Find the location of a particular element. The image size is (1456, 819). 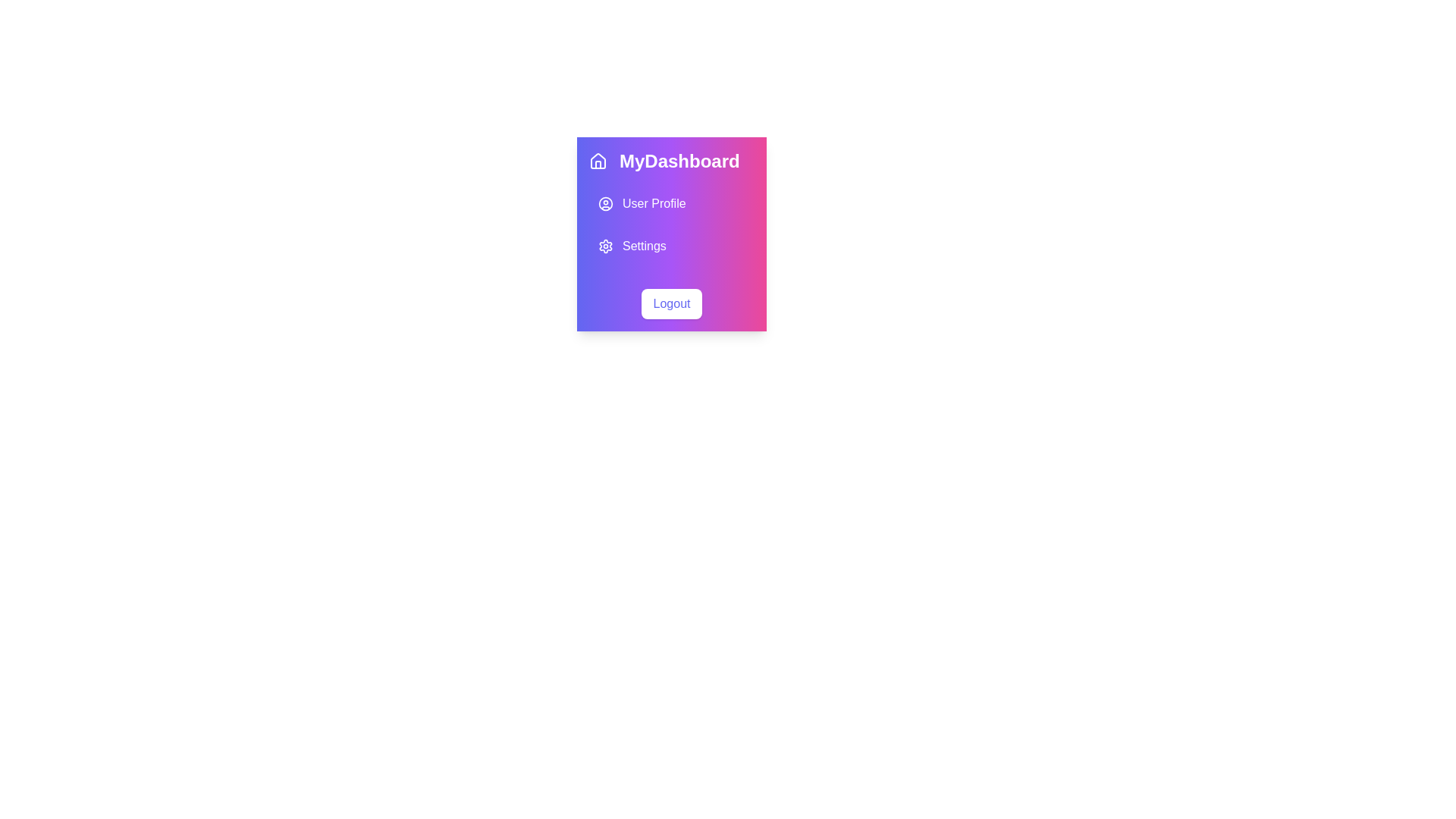

the 'Settings' clickable list item with a gear icon is located at coordinates (671, 245).